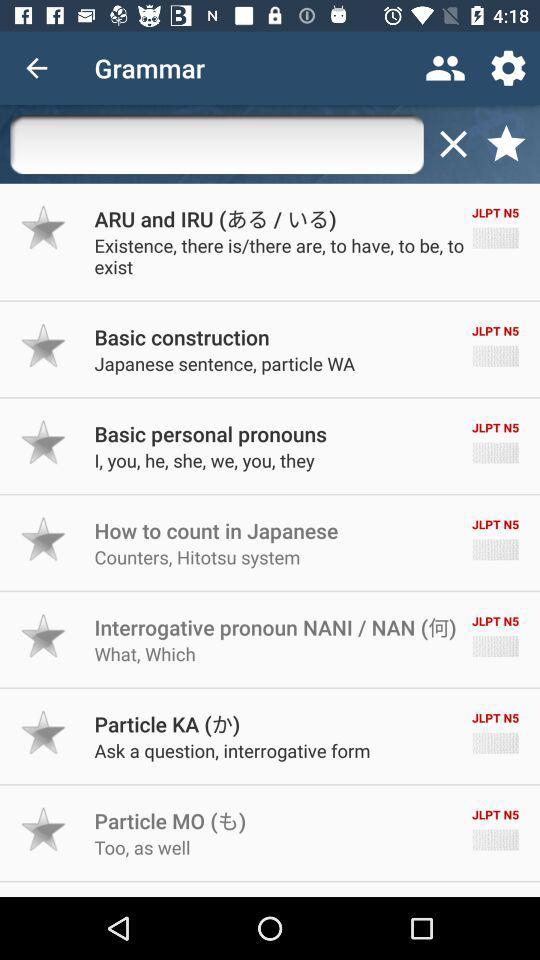 The width and height of the screenshot is (540, 960). Describe the element at coordinates (44, 345) in the screenshot. I see `as favorite` at that location.